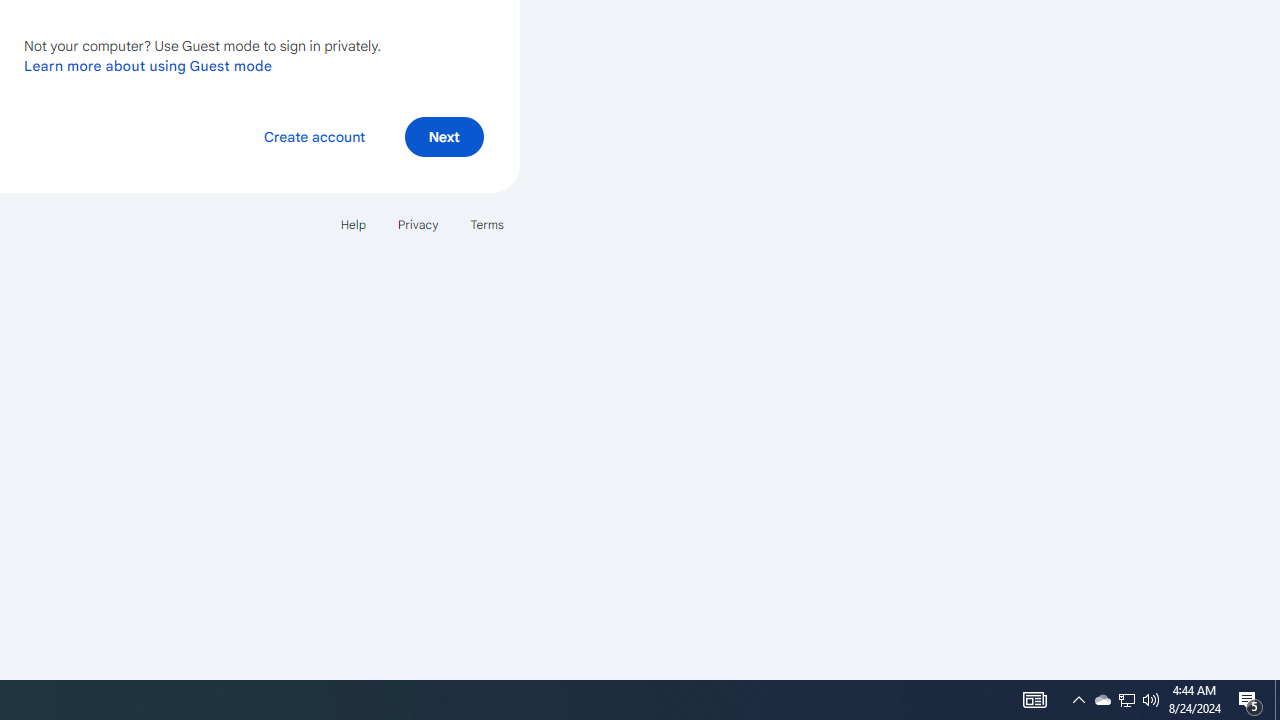  What do you see at coordinates (443, 135) in the screenshot?
I see `'Next'` at bounding box center [443, 135].